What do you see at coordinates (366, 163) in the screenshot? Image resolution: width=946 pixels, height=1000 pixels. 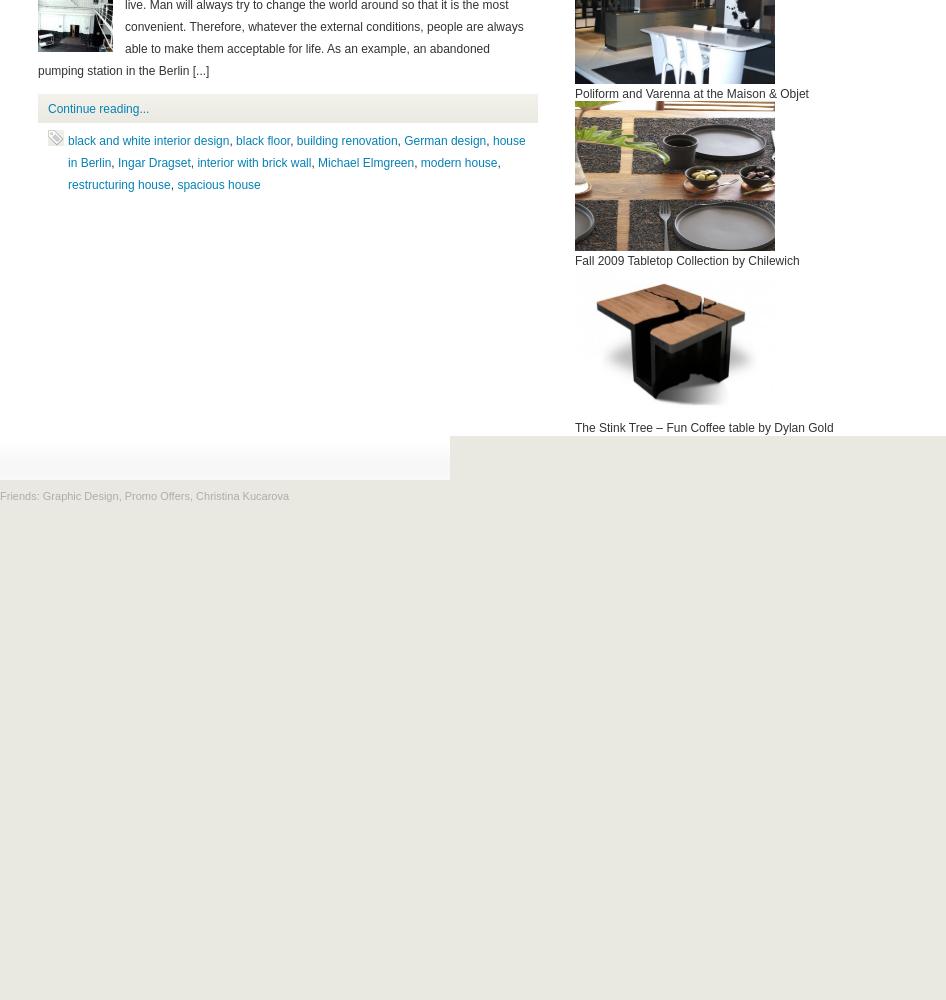 I see `'Michael Elmgreen'` at bounding box center [366, 163].